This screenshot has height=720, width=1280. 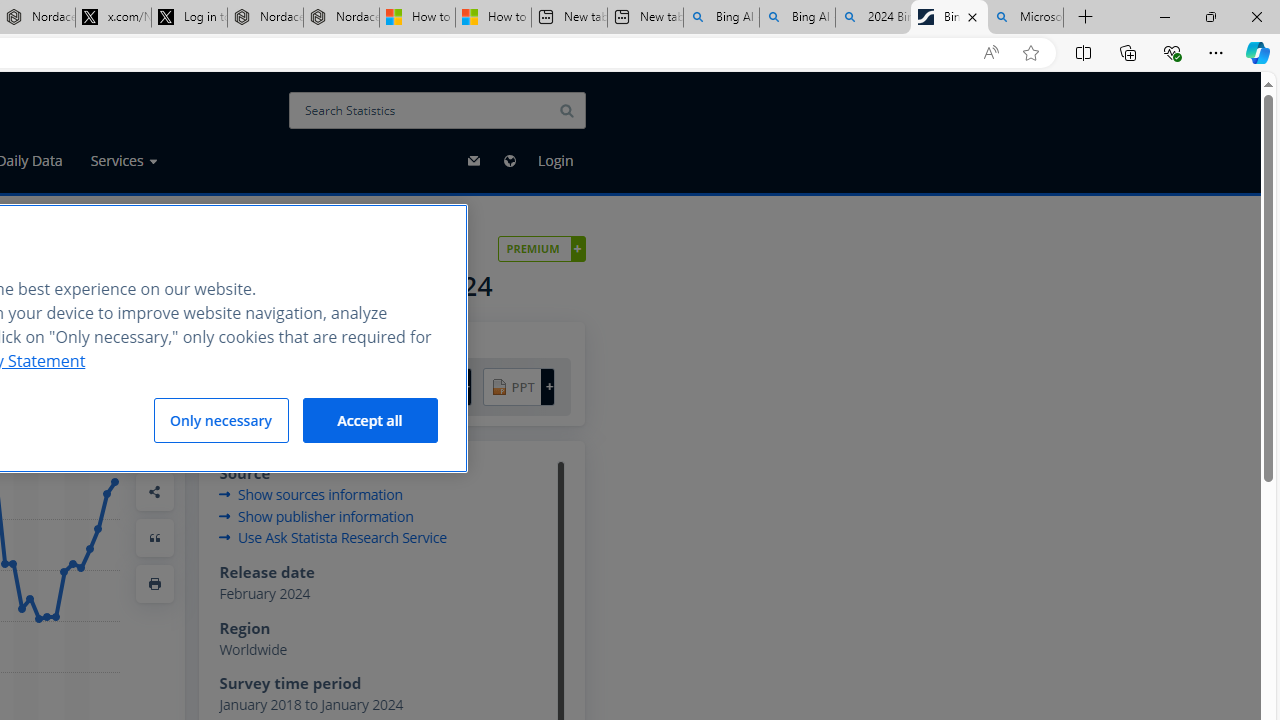 I want to click on 'Only necessary', so click(x=221, y=419).